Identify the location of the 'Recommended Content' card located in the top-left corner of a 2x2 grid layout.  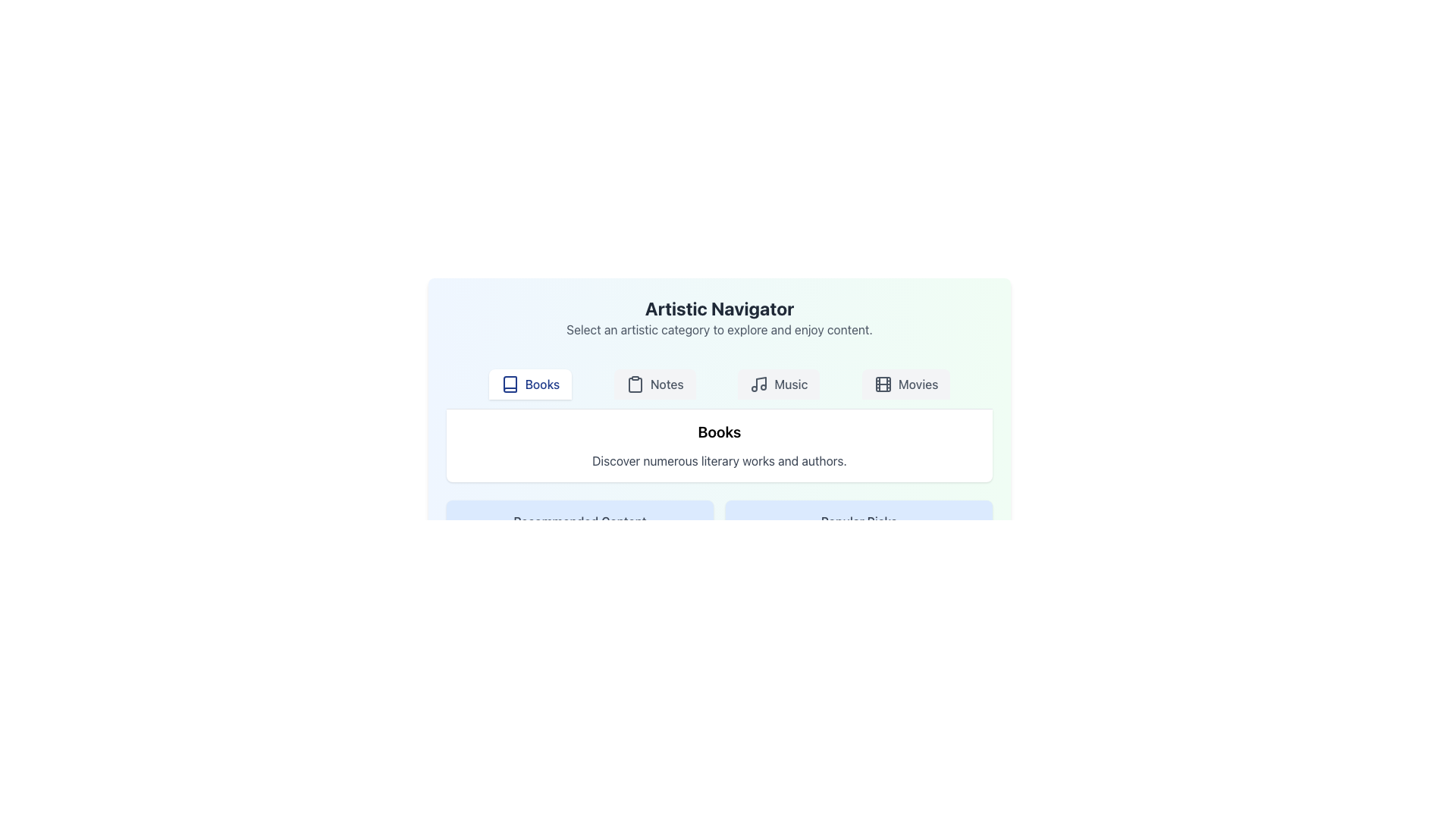
(579, 529).